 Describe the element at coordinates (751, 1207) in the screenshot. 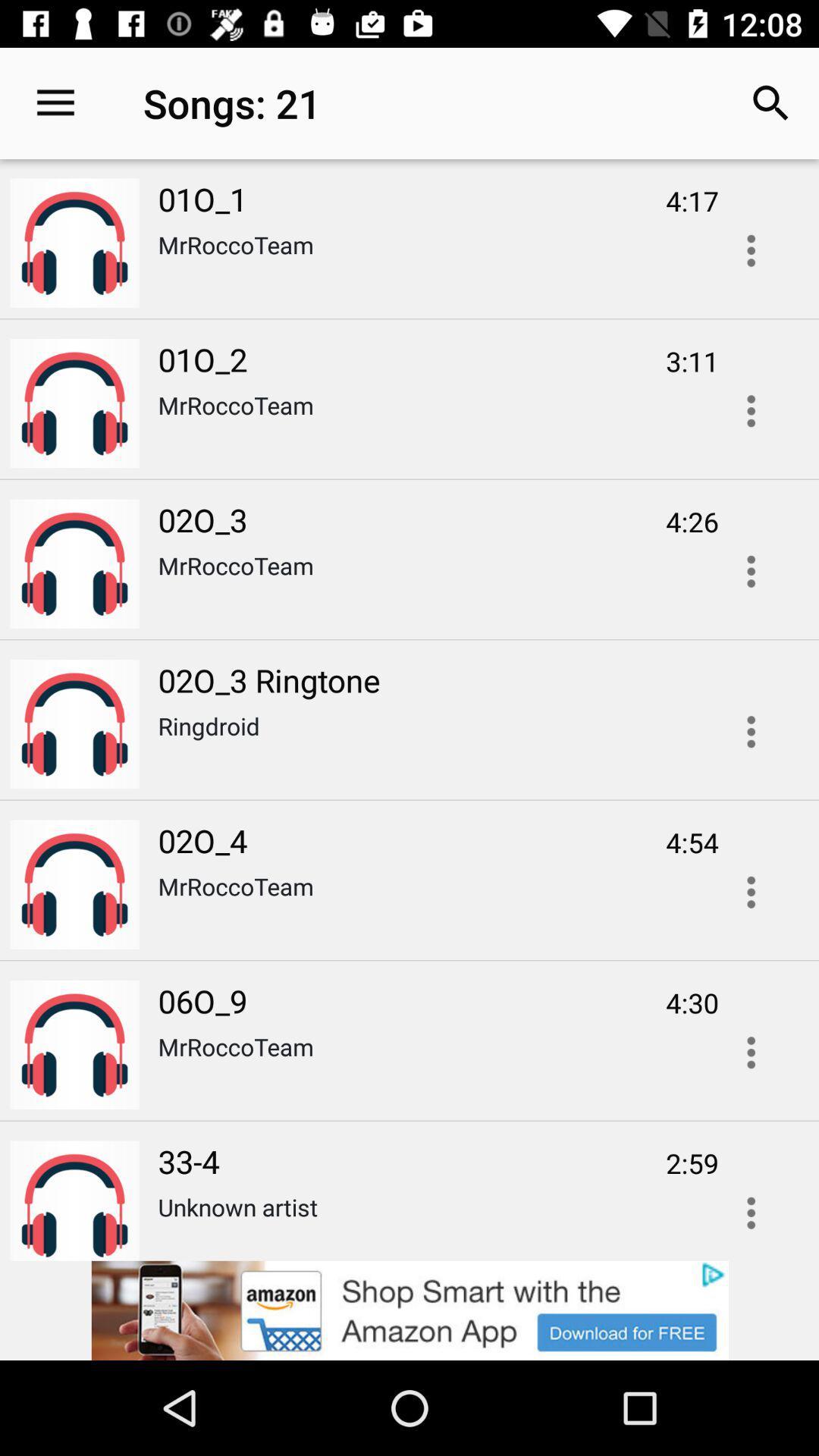

I see `drop down menu` at that location.